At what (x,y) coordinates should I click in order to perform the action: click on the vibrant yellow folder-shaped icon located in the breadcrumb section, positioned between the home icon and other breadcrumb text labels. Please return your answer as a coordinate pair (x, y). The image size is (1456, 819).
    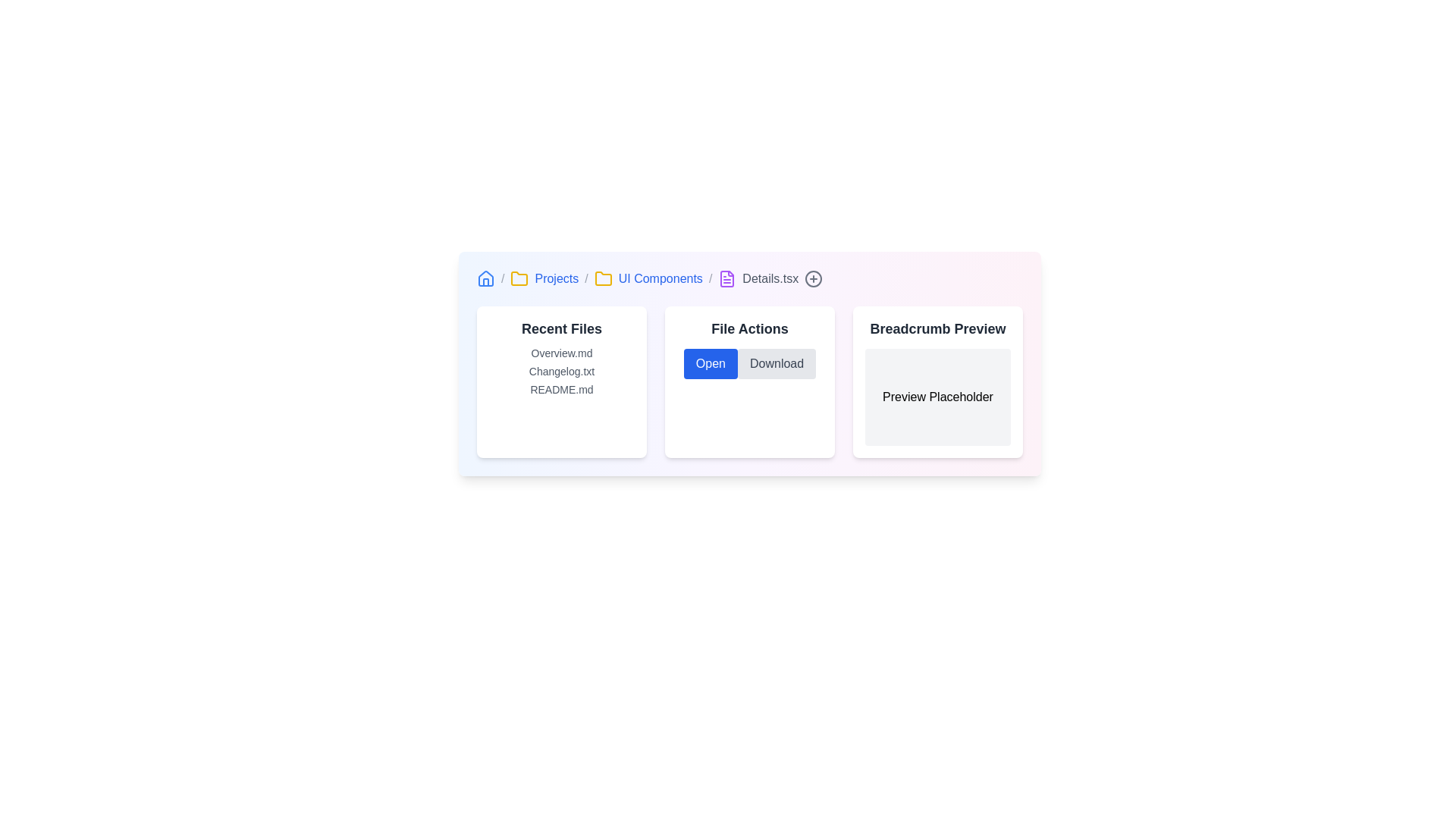
    Looking at the image, I should click on (602, 278).